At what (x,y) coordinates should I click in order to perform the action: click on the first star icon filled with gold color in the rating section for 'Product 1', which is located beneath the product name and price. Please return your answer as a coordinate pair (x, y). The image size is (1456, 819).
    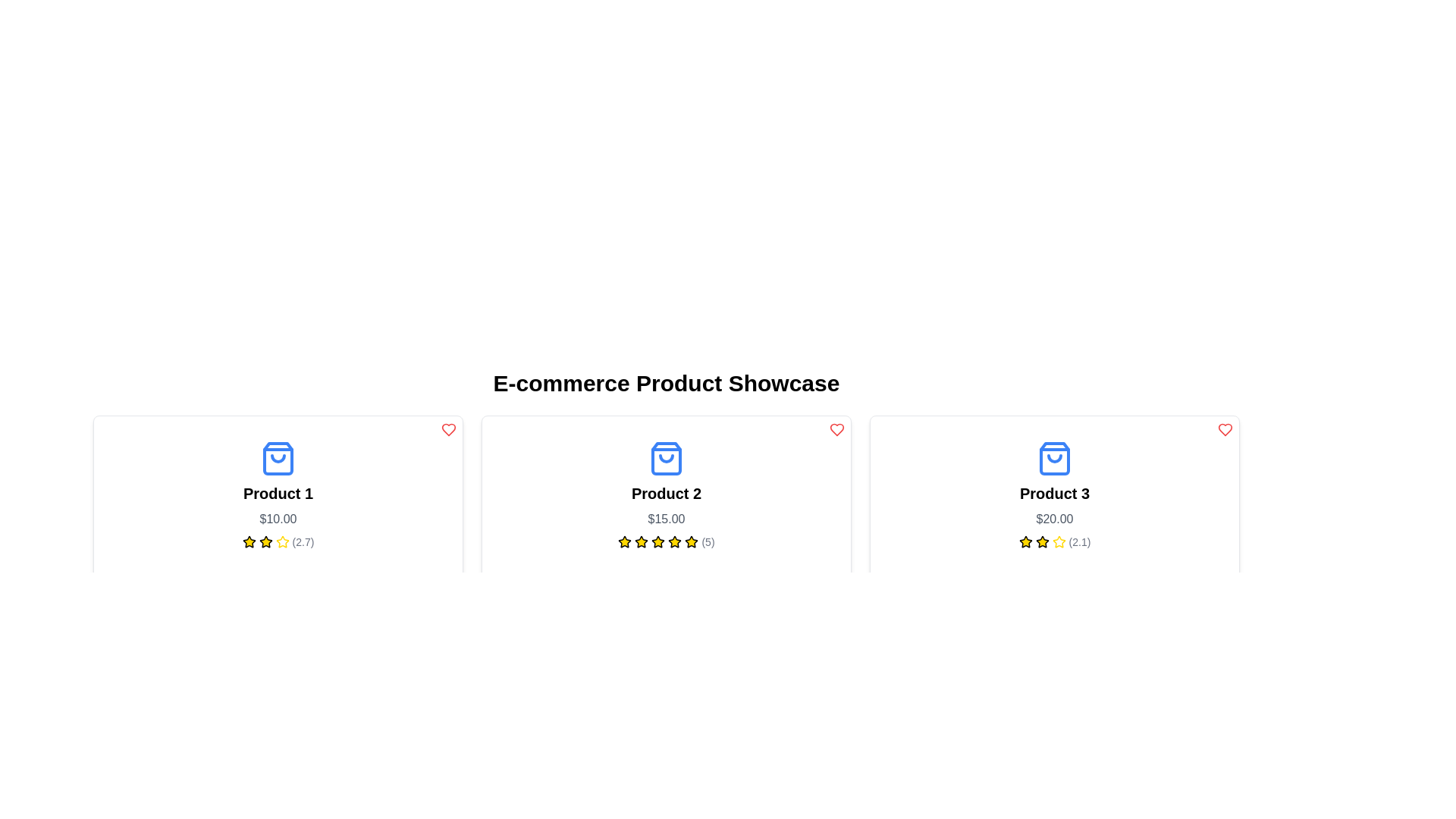
    Looking at the image, I should click on (249, 541).